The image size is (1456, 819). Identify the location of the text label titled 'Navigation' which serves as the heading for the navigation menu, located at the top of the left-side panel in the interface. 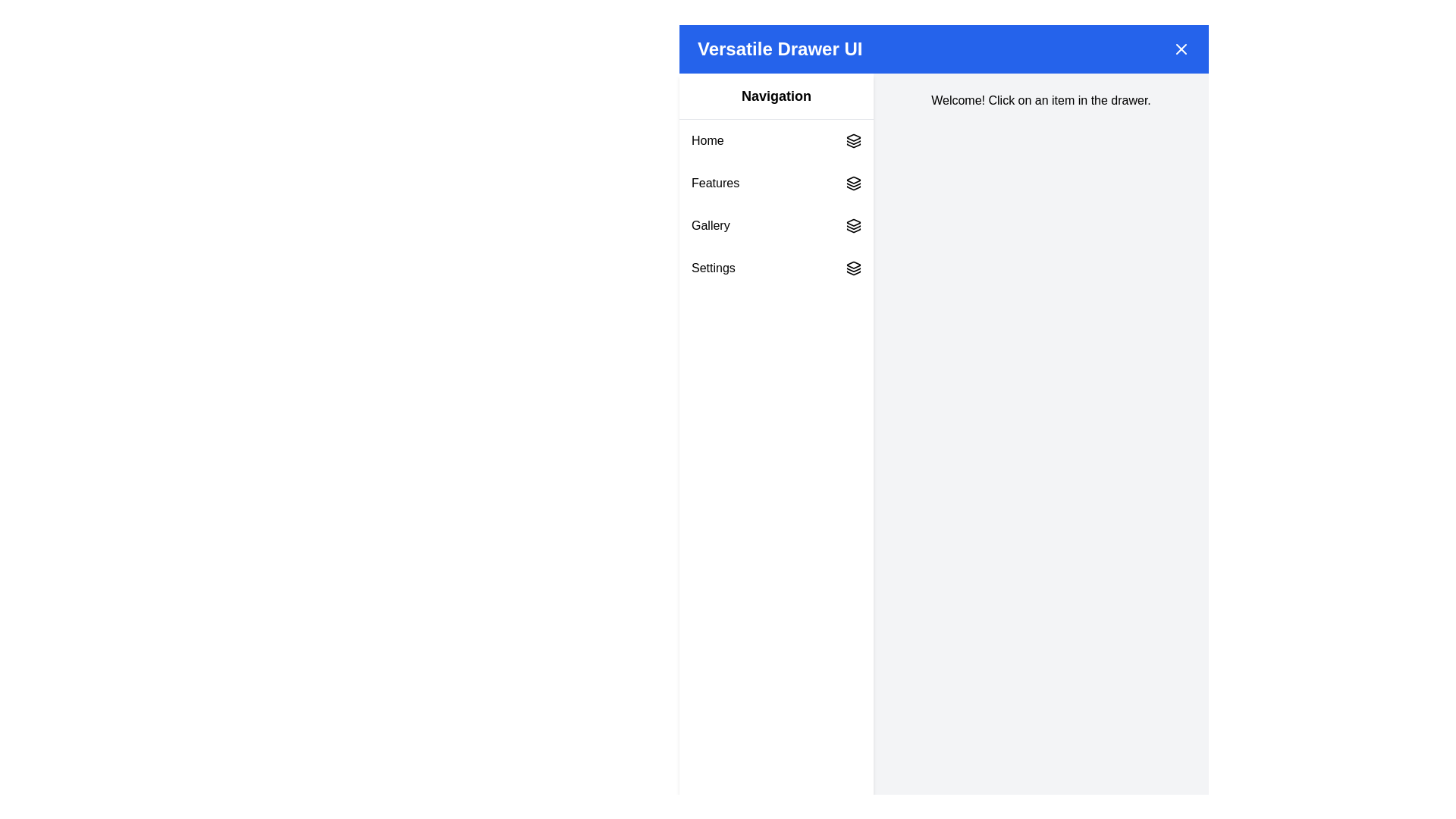
(776, 96).